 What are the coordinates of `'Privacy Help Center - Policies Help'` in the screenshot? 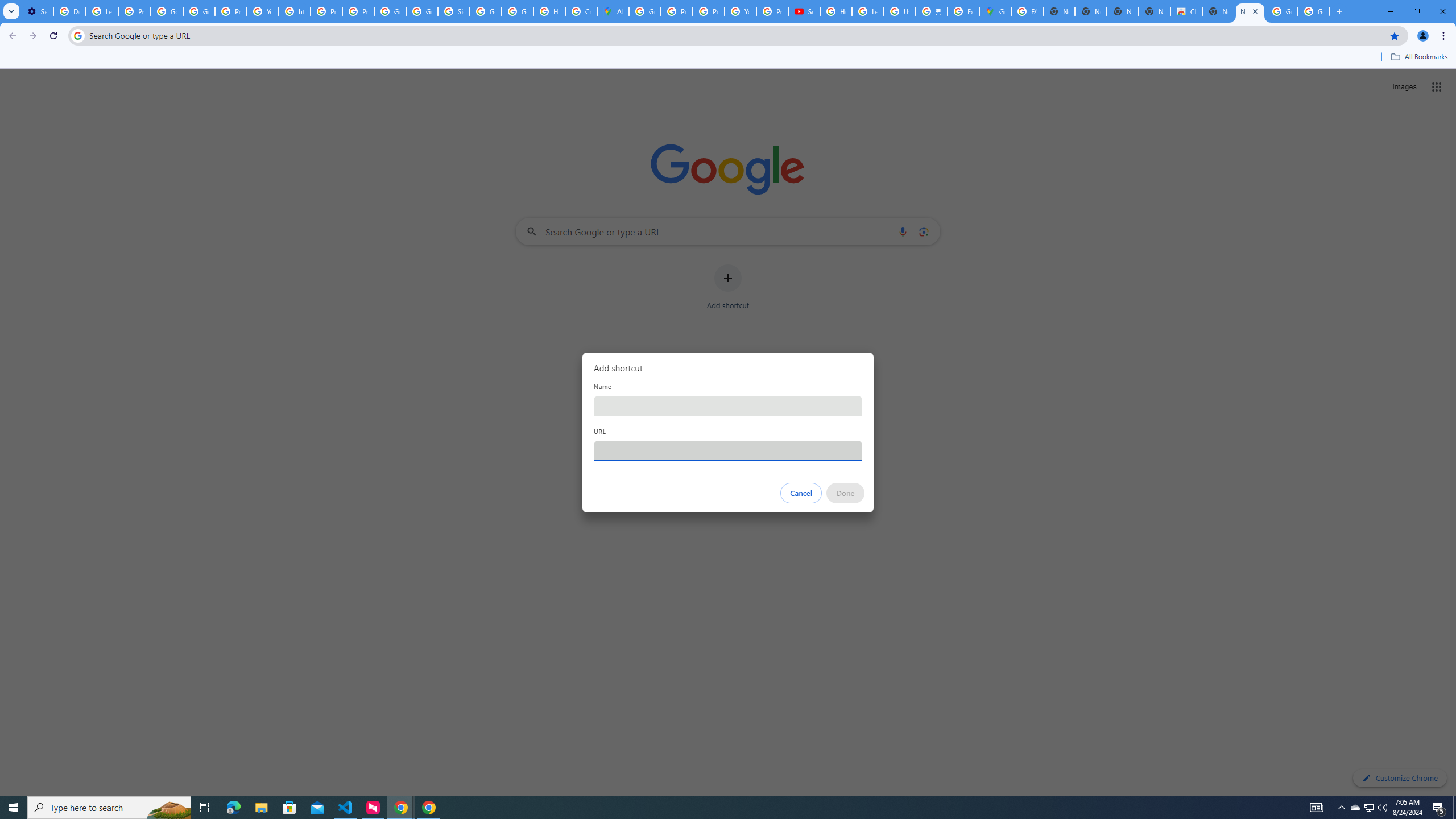 It's located at (676, 11).